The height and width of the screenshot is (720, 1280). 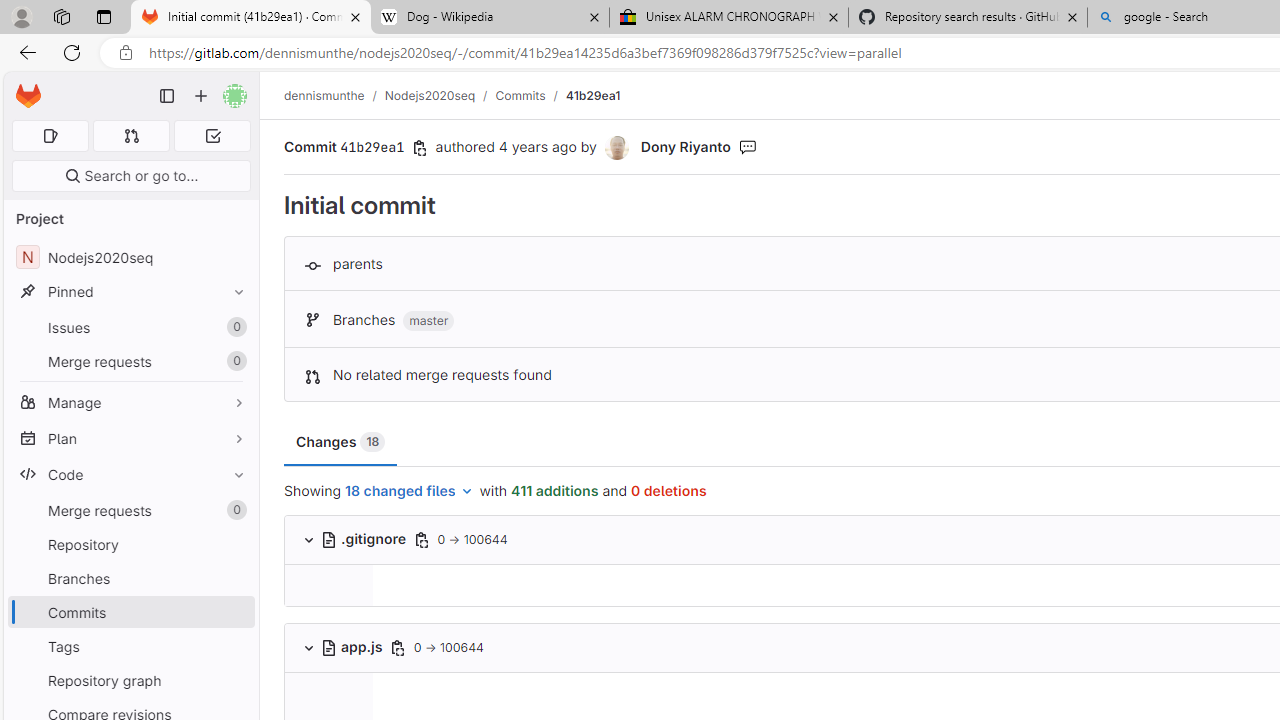 I want to click on 'Pin Branches', so click(x=234, y=578).